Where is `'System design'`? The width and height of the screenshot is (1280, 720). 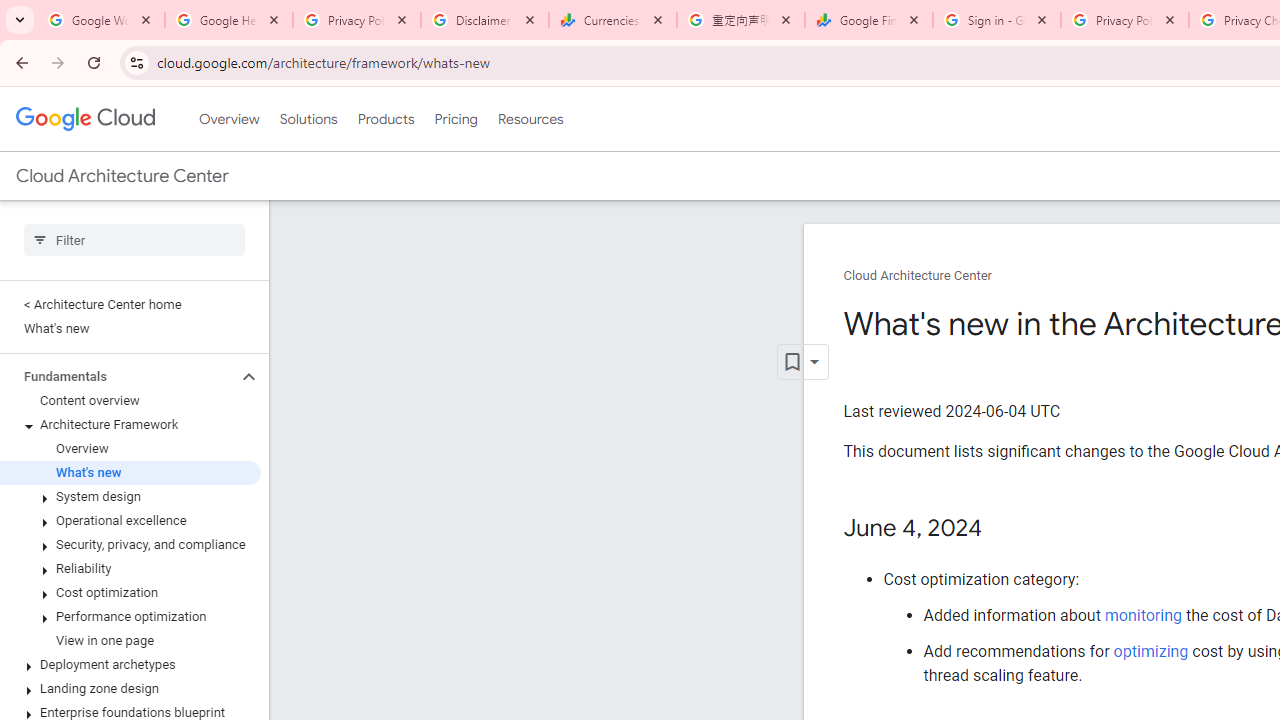 'System design' is located at coordinates (129, 496).